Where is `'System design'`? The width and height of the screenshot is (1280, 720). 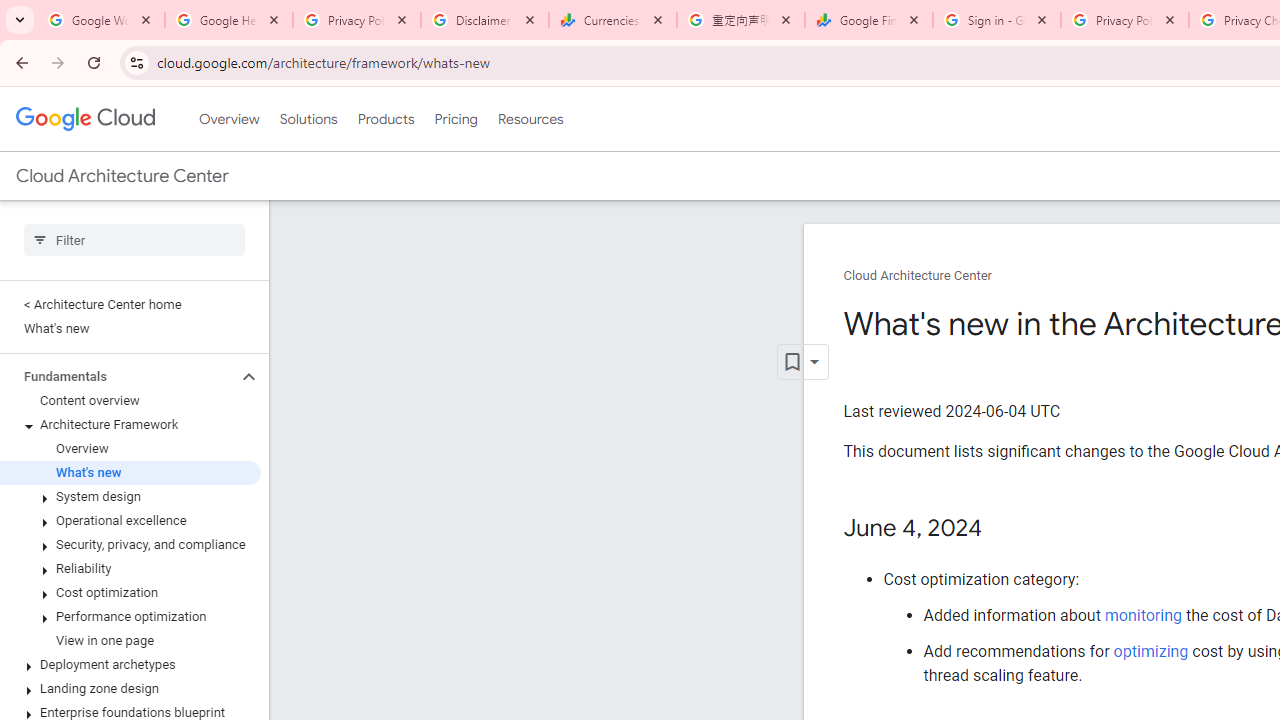 'System design' is located at coordinates (129, 496).